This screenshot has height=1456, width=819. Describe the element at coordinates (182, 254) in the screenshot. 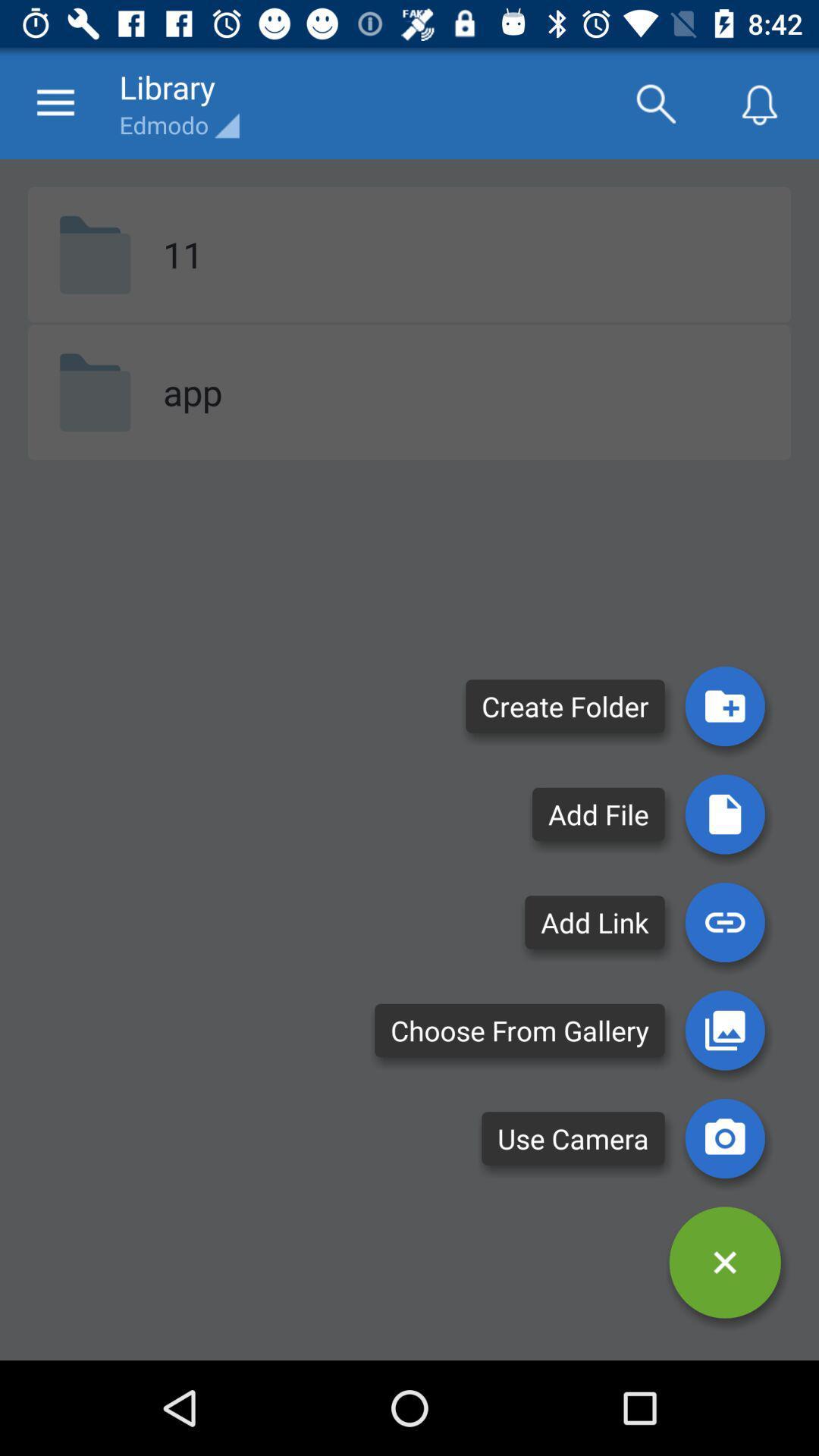

I see `the item below the edmodo` at that location.